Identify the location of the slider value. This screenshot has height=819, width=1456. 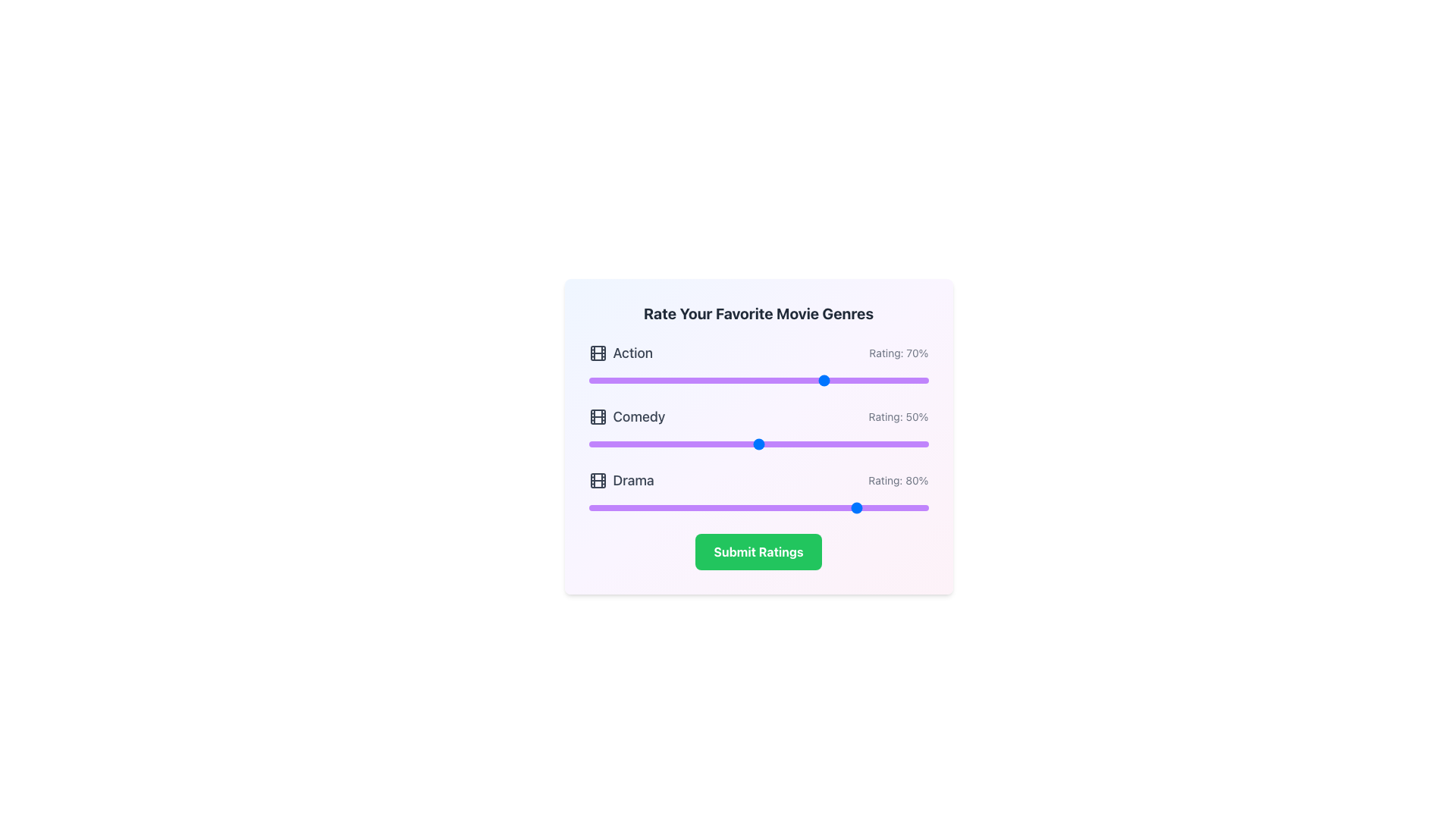
(664, 508).